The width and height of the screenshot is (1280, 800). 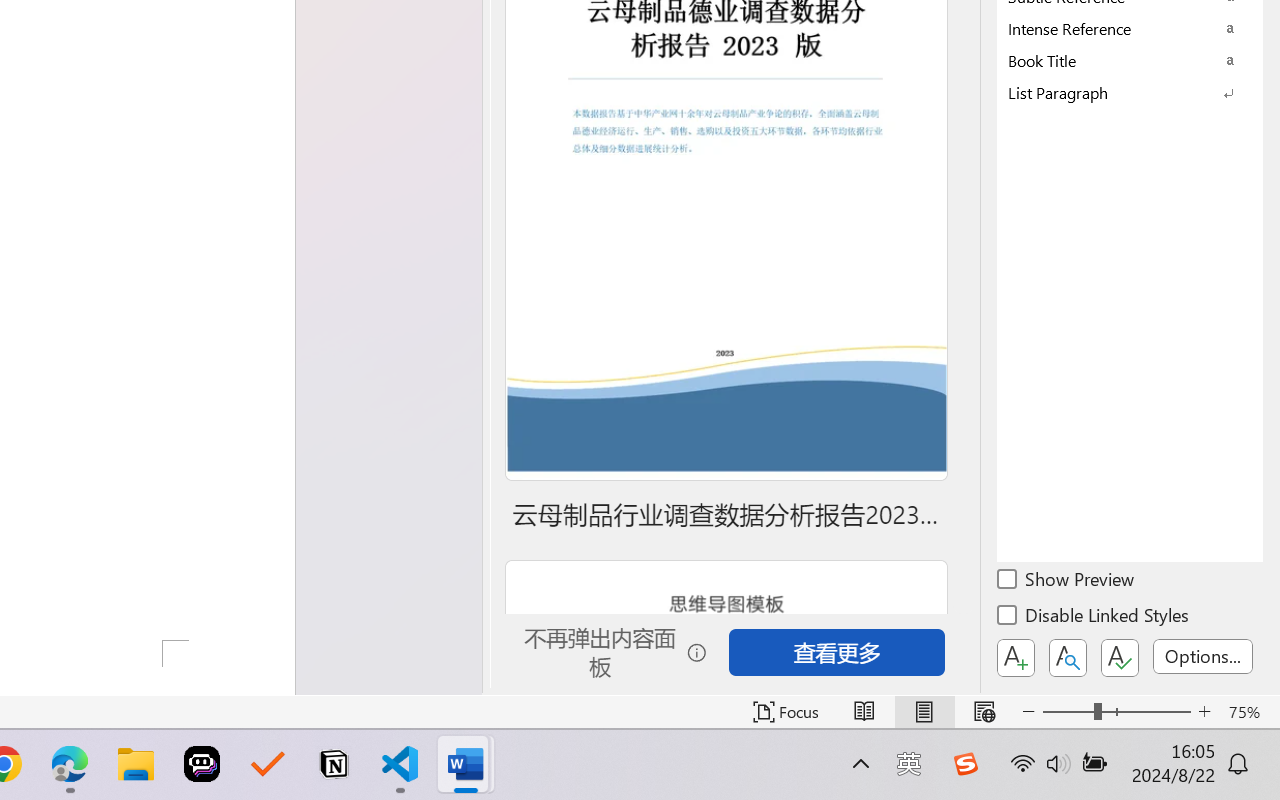 I want to click on 'Intense Reference', so click(x=1130, y=28).